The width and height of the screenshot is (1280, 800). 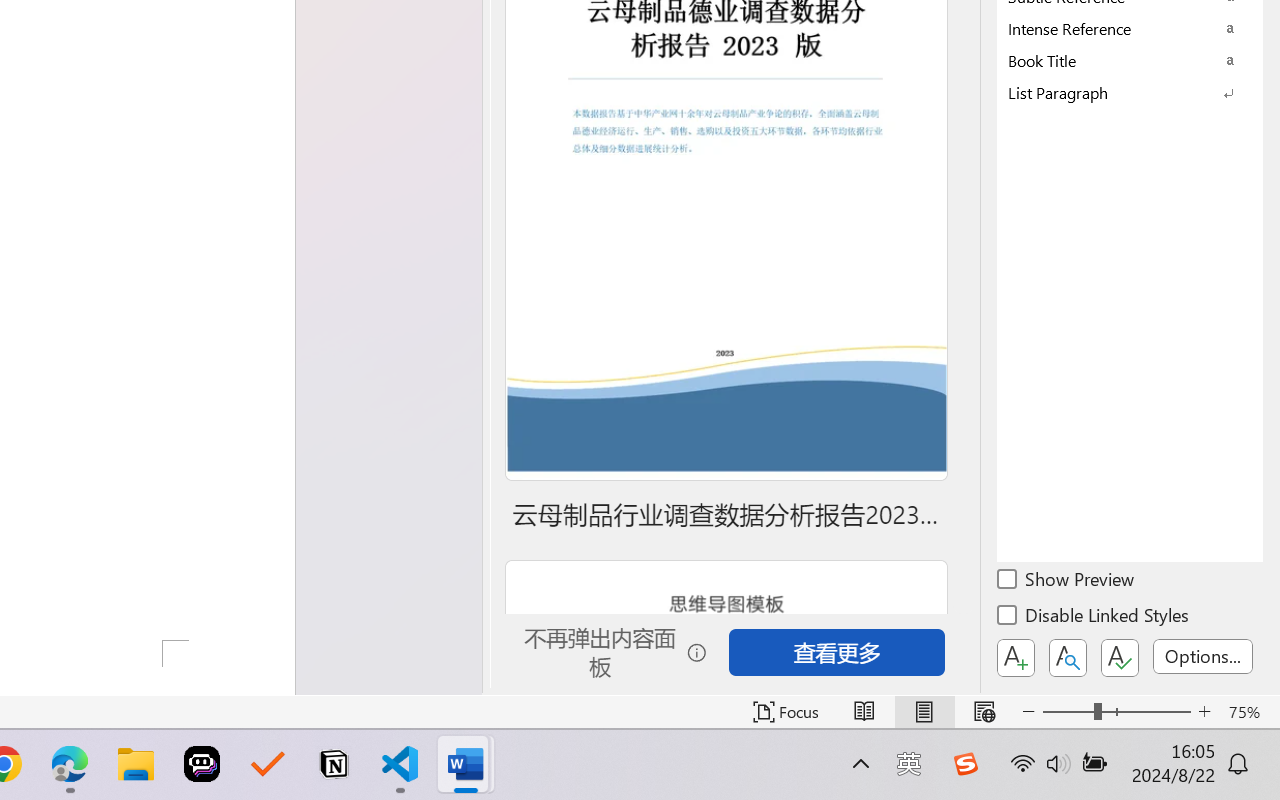 I want to click on 'Intense Reference', so click(x=1130, y=28).